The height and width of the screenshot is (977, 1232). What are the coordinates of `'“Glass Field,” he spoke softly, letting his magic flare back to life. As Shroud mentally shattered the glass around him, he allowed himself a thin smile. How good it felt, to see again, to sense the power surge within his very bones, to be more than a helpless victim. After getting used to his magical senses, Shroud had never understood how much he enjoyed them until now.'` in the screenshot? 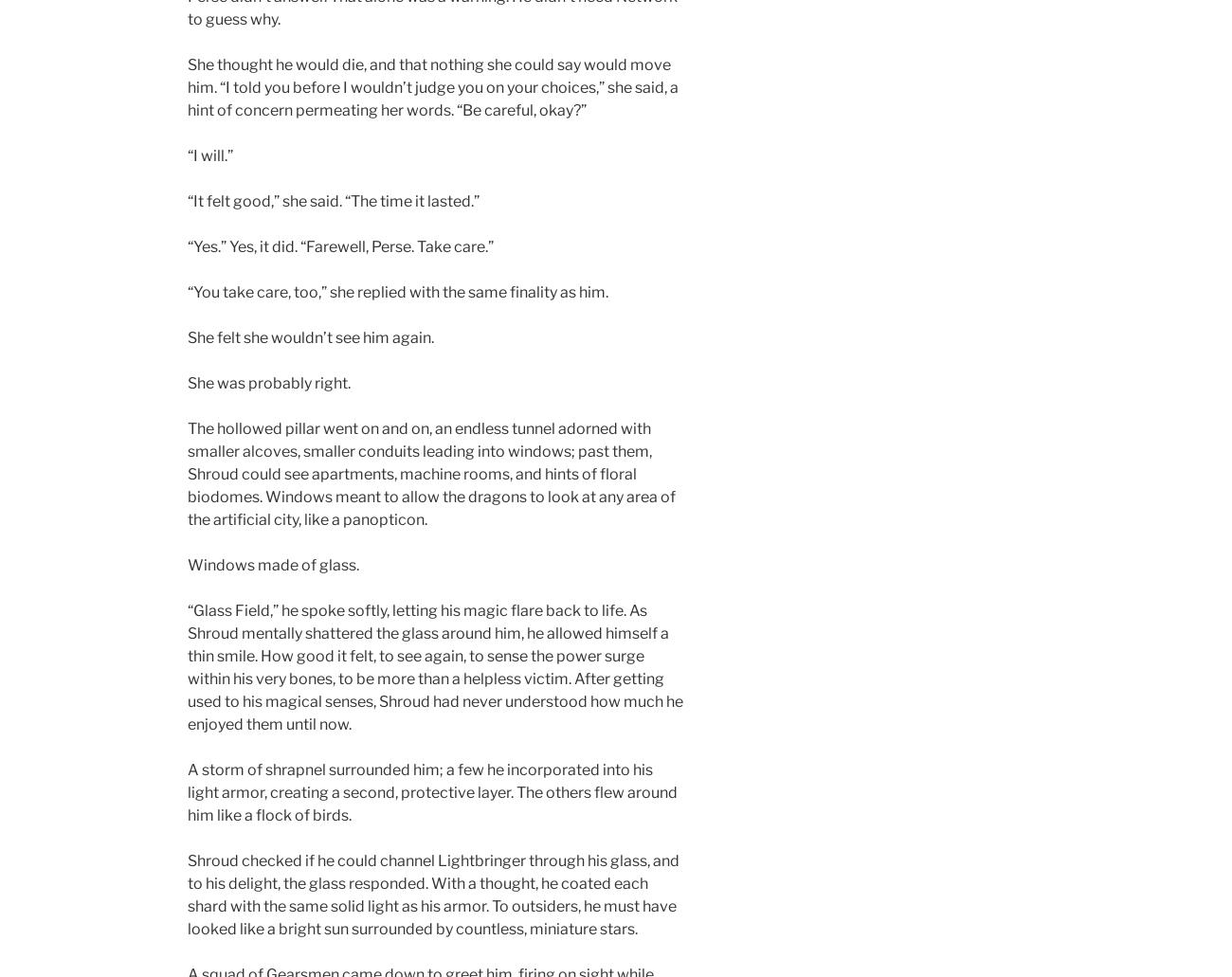 It's located at (187, 667).